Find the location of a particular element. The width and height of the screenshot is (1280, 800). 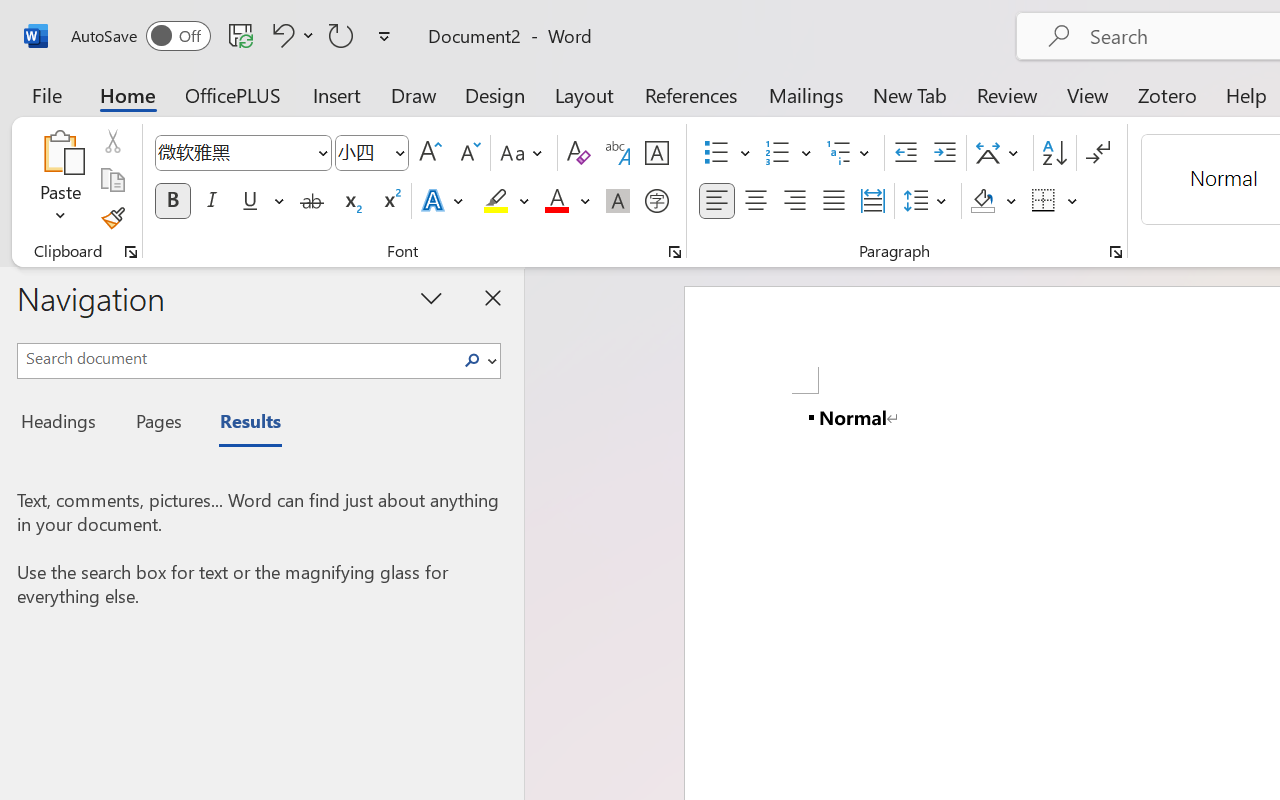

'References' is located at coordinates (691, 94).